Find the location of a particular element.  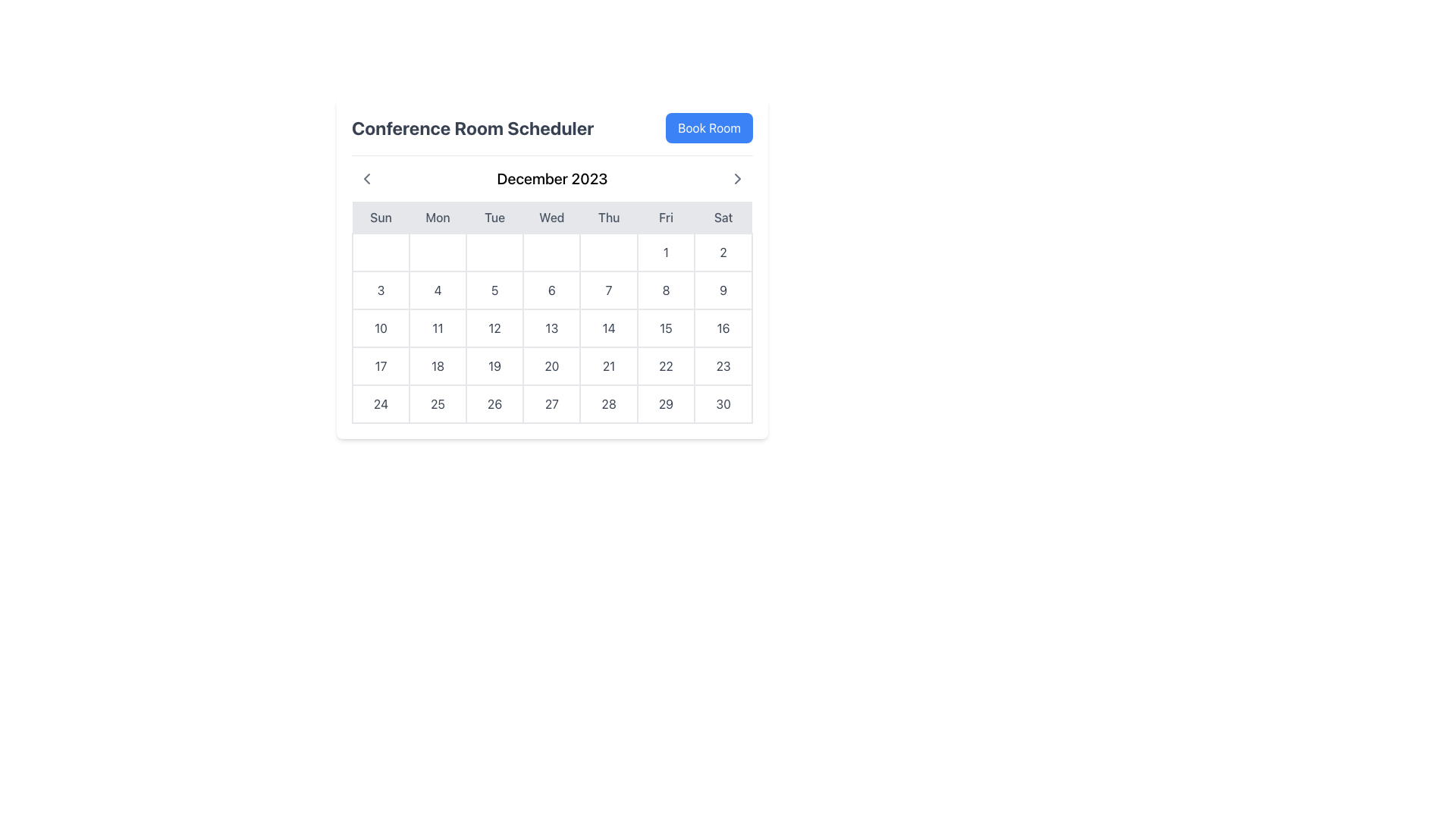

the button representing the 28th day of December 2023 in the calendar is located at coordinates (609, 403).